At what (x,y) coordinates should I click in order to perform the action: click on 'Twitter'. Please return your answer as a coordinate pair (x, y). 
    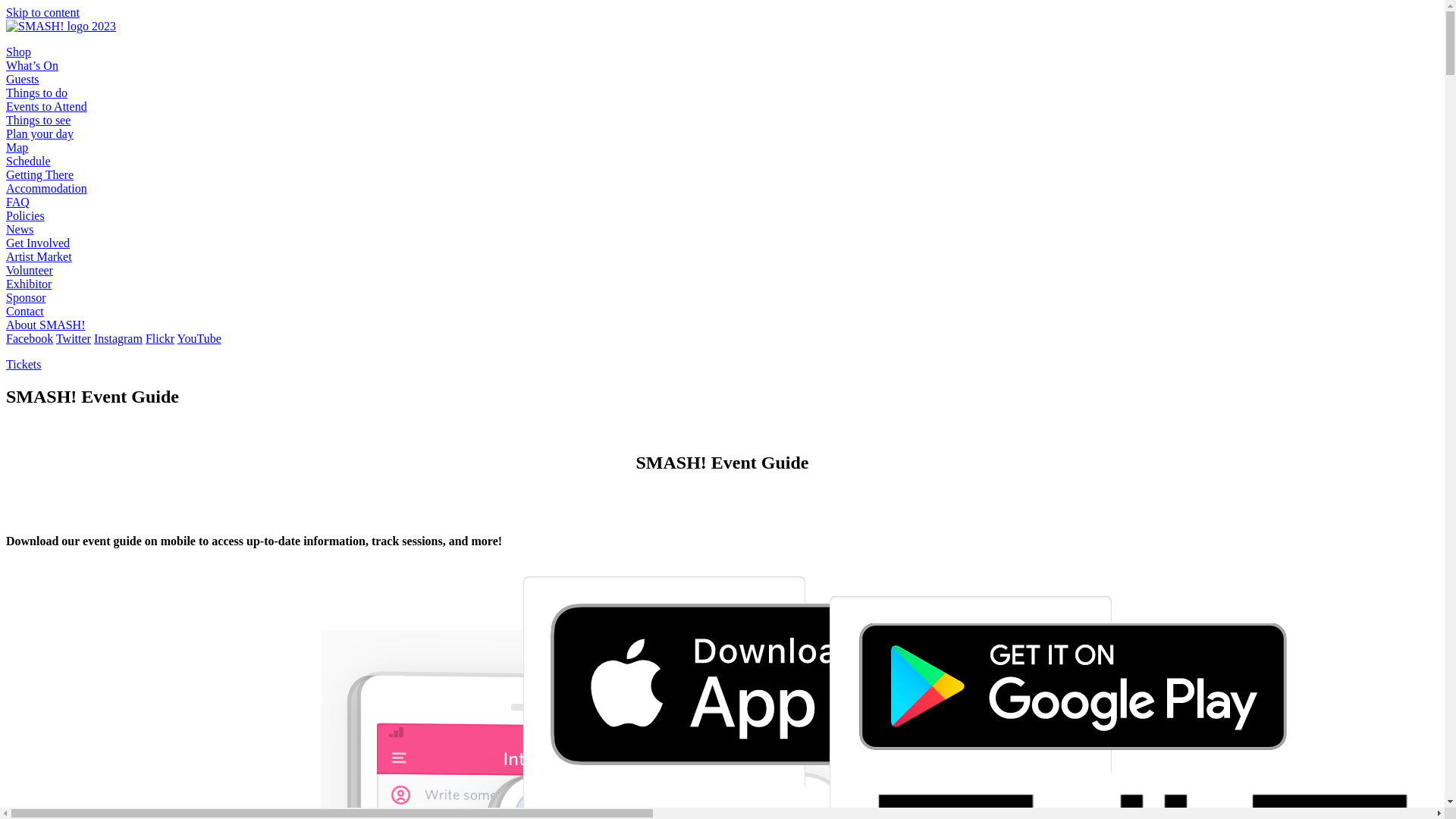
    Looking at the image, I should click on (72, 337).